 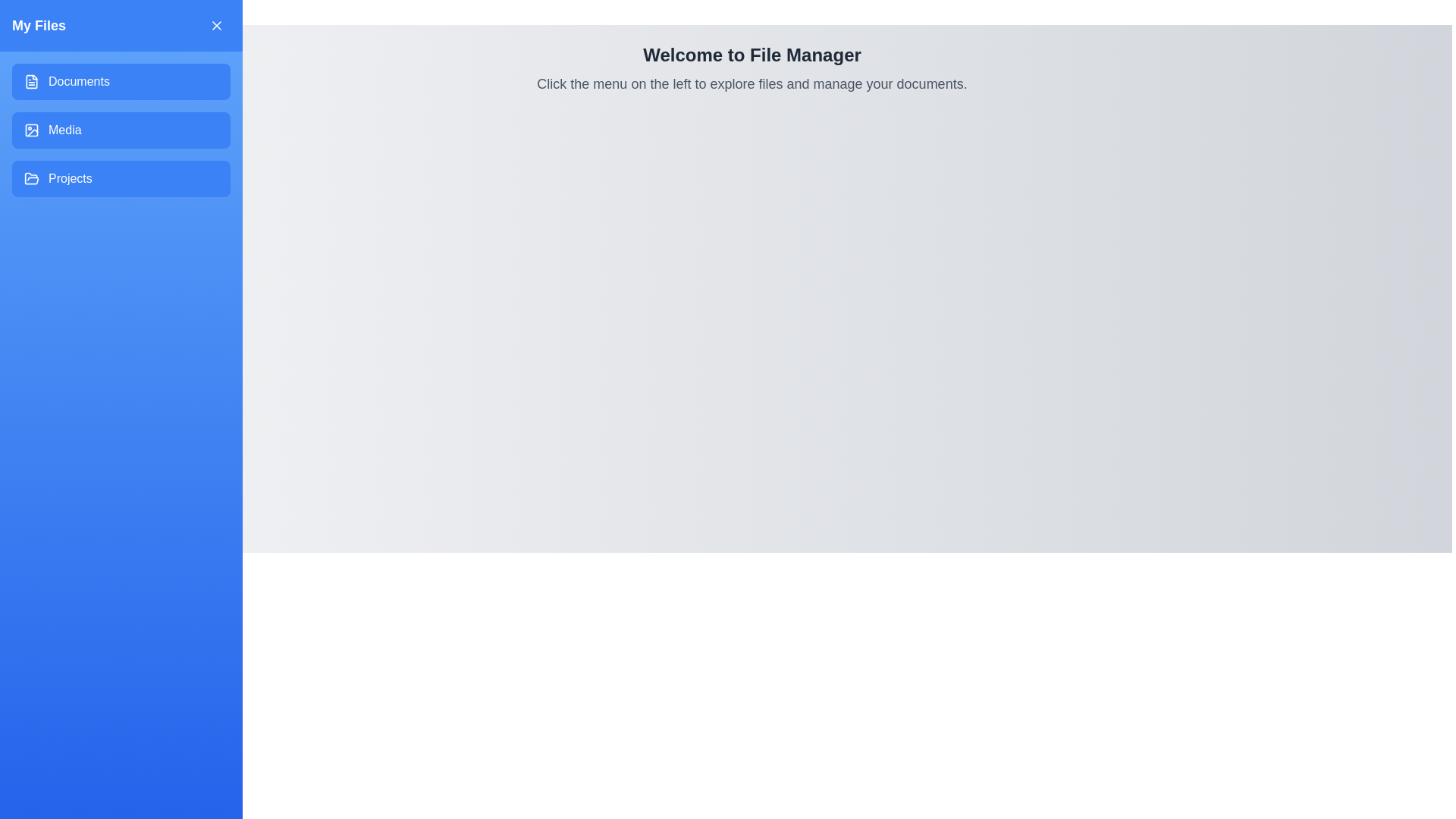 What do you see at coordinates (120, 82) in the screenshot?
I see `the Documents category item in the FileManagerDrawer` at bounding box center [120, 82].